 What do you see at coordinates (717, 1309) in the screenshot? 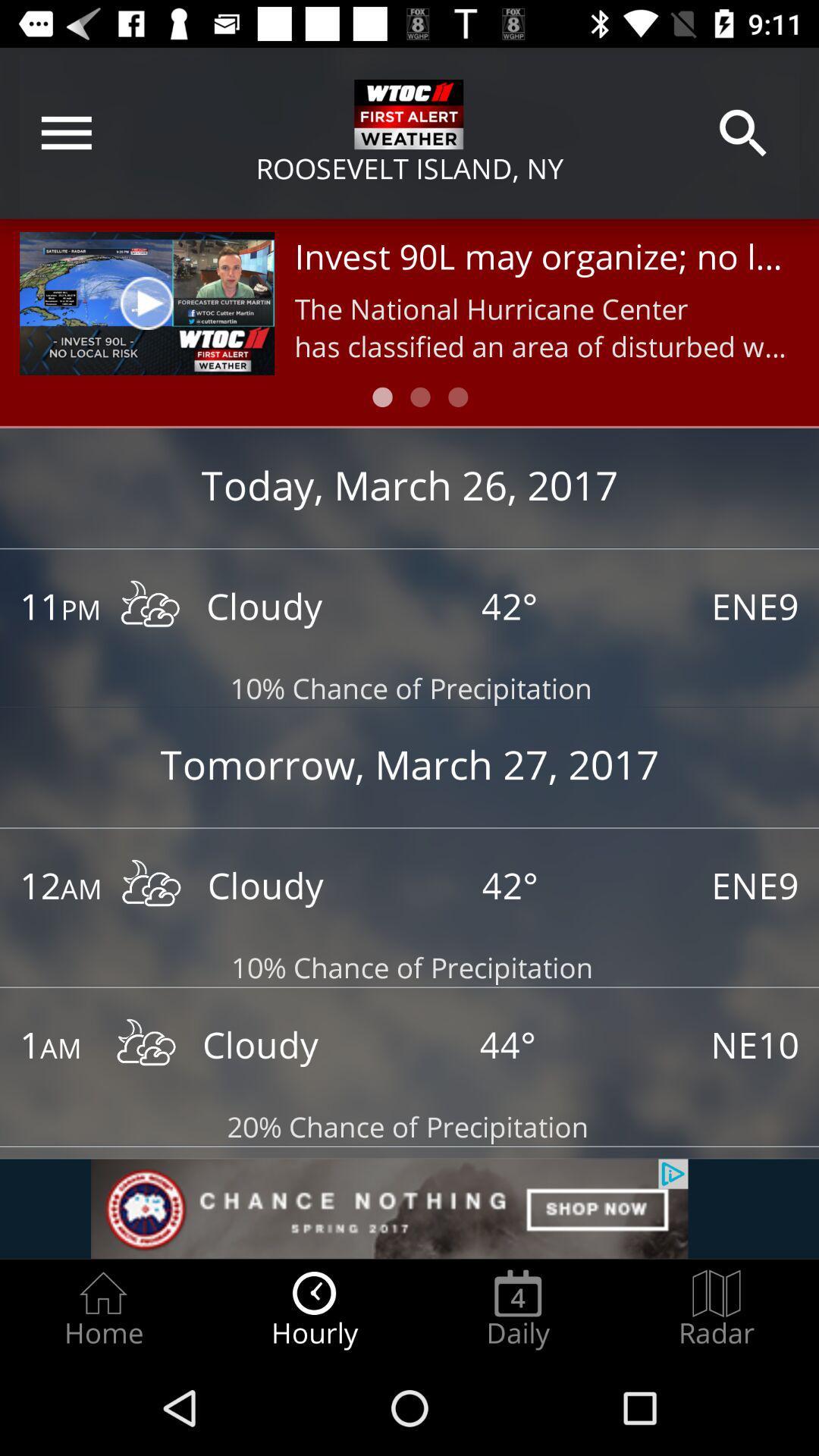
I see `icon next to daily item` at bounding box center [717, 1309].